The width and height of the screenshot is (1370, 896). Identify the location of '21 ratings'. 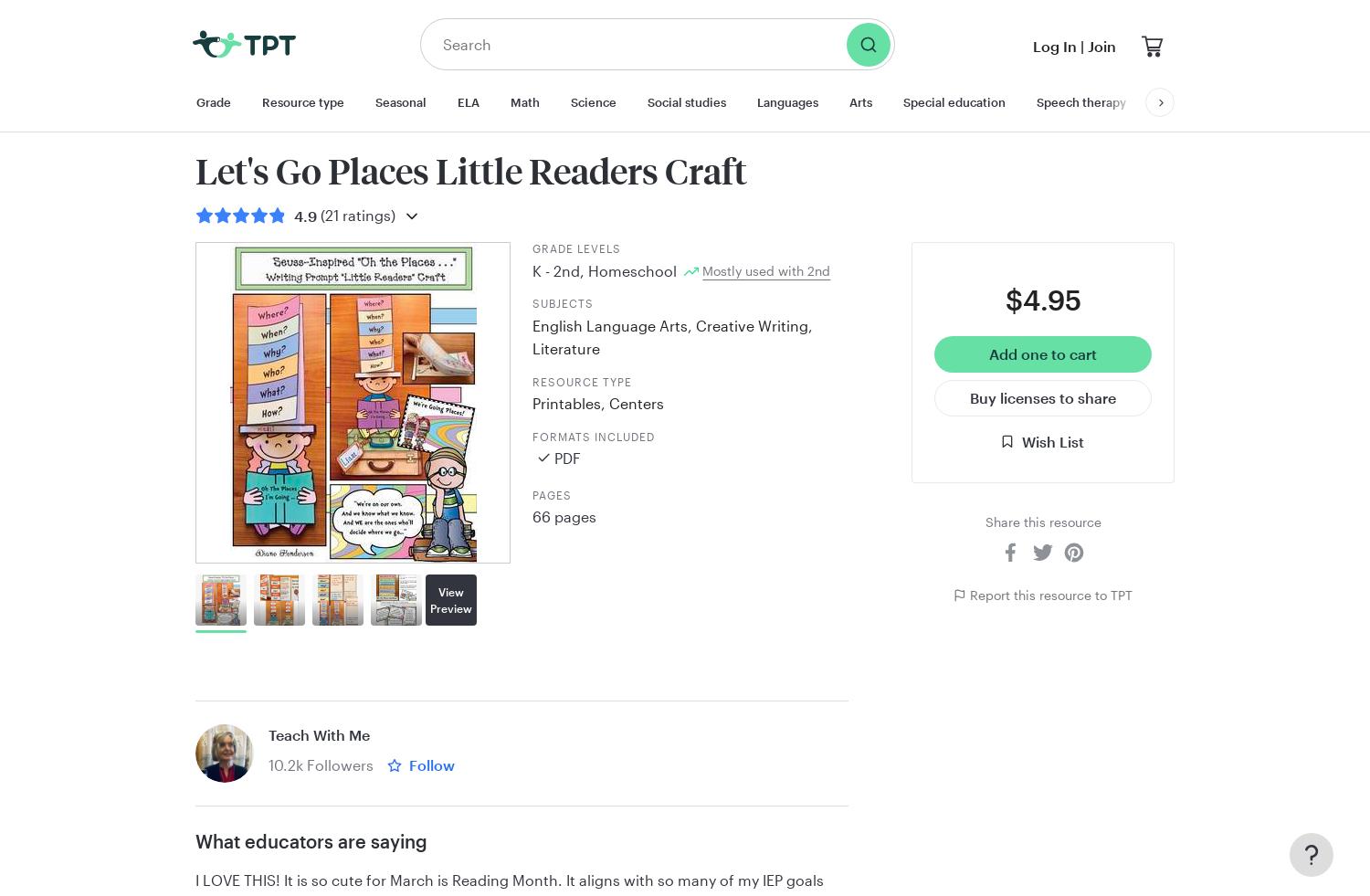
(357, 214).